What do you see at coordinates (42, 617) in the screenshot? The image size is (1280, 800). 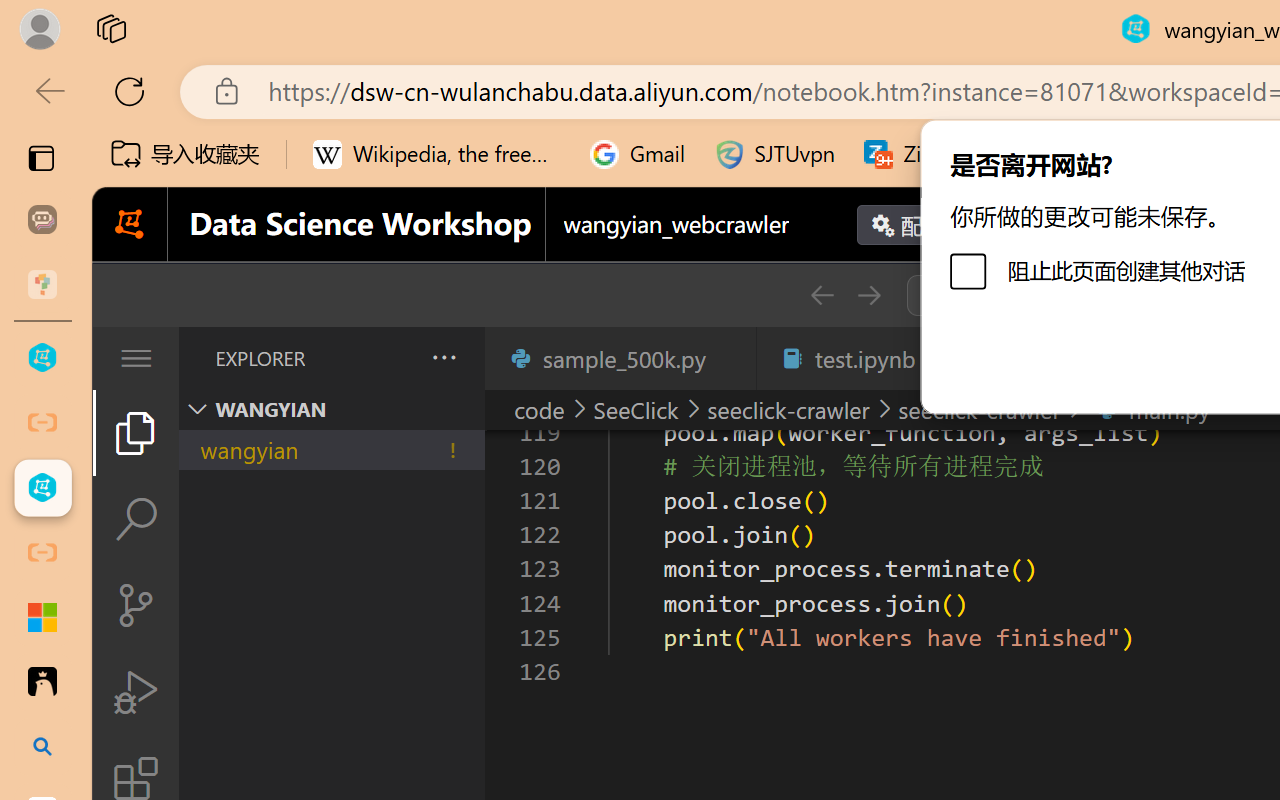 I see `'Adjust indents and spacing - Microsoft Support'` at bounding box center [42, 617].